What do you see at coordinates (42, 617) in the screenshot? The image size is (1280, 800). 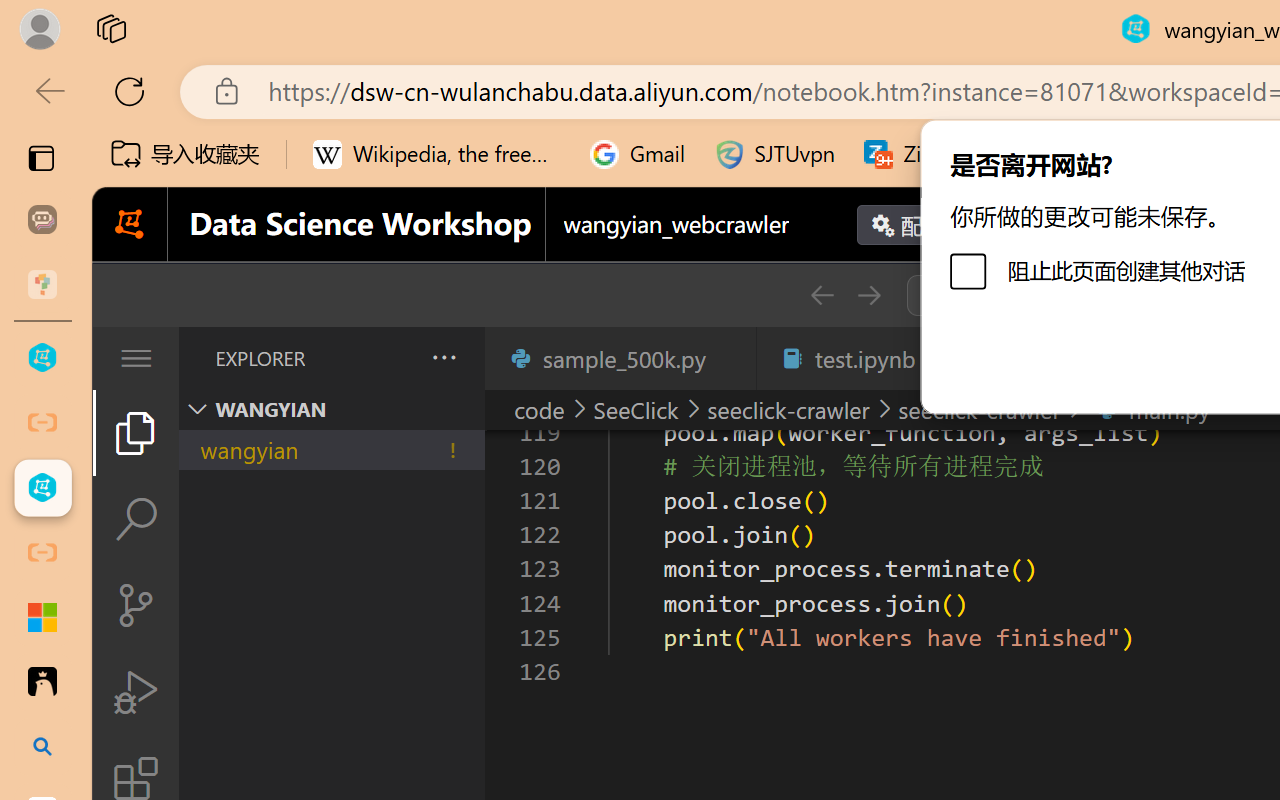 I see `'Adjust indents and spacing - Microsoft Support'` at bounding box center [42, 617].